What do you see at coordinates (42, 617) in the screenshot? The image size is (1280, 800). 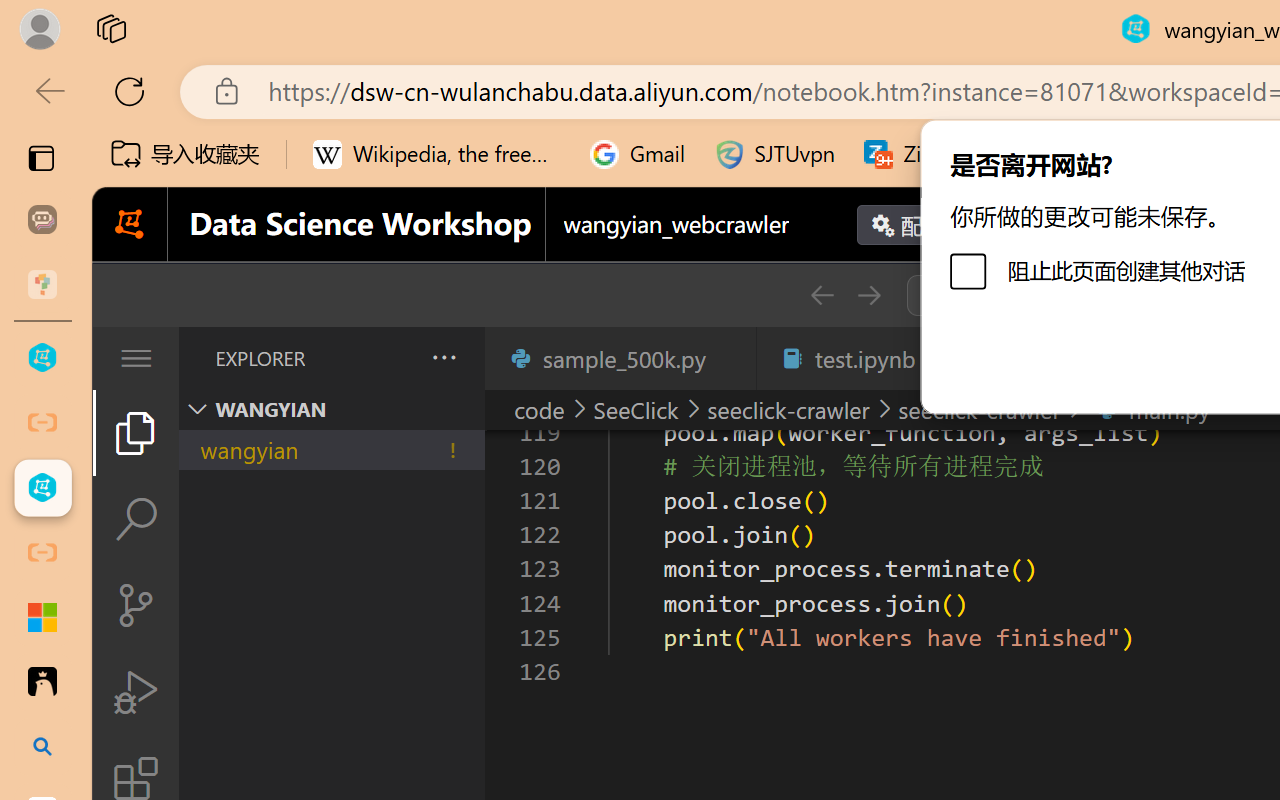 I see `'Adjust indents and spacing - Microsoft Support'` at bounding box center [42, 617].